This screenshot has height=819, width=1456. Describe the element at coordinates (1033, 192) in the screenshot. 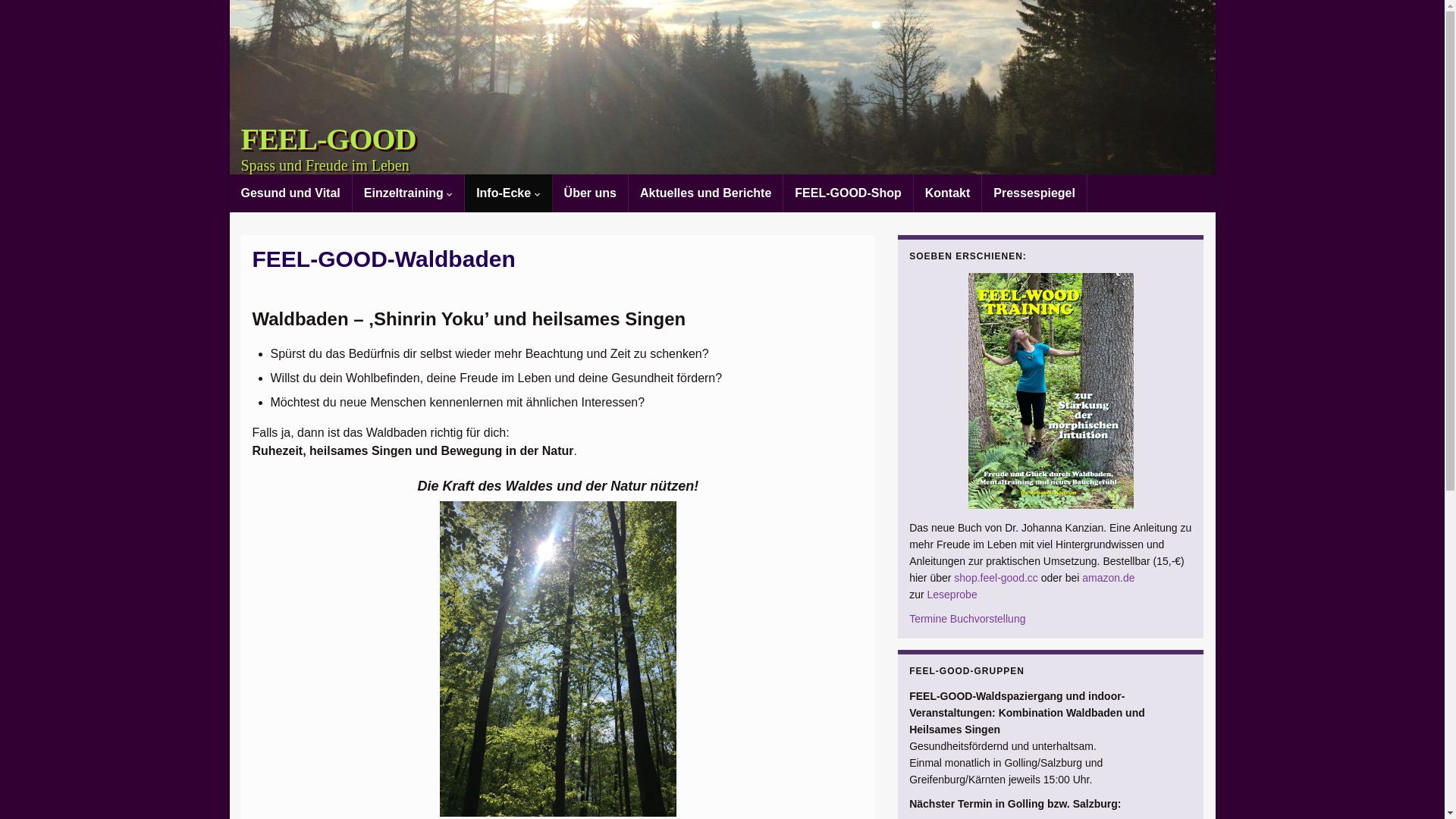

I see `'Pressespiegel'` at that location.